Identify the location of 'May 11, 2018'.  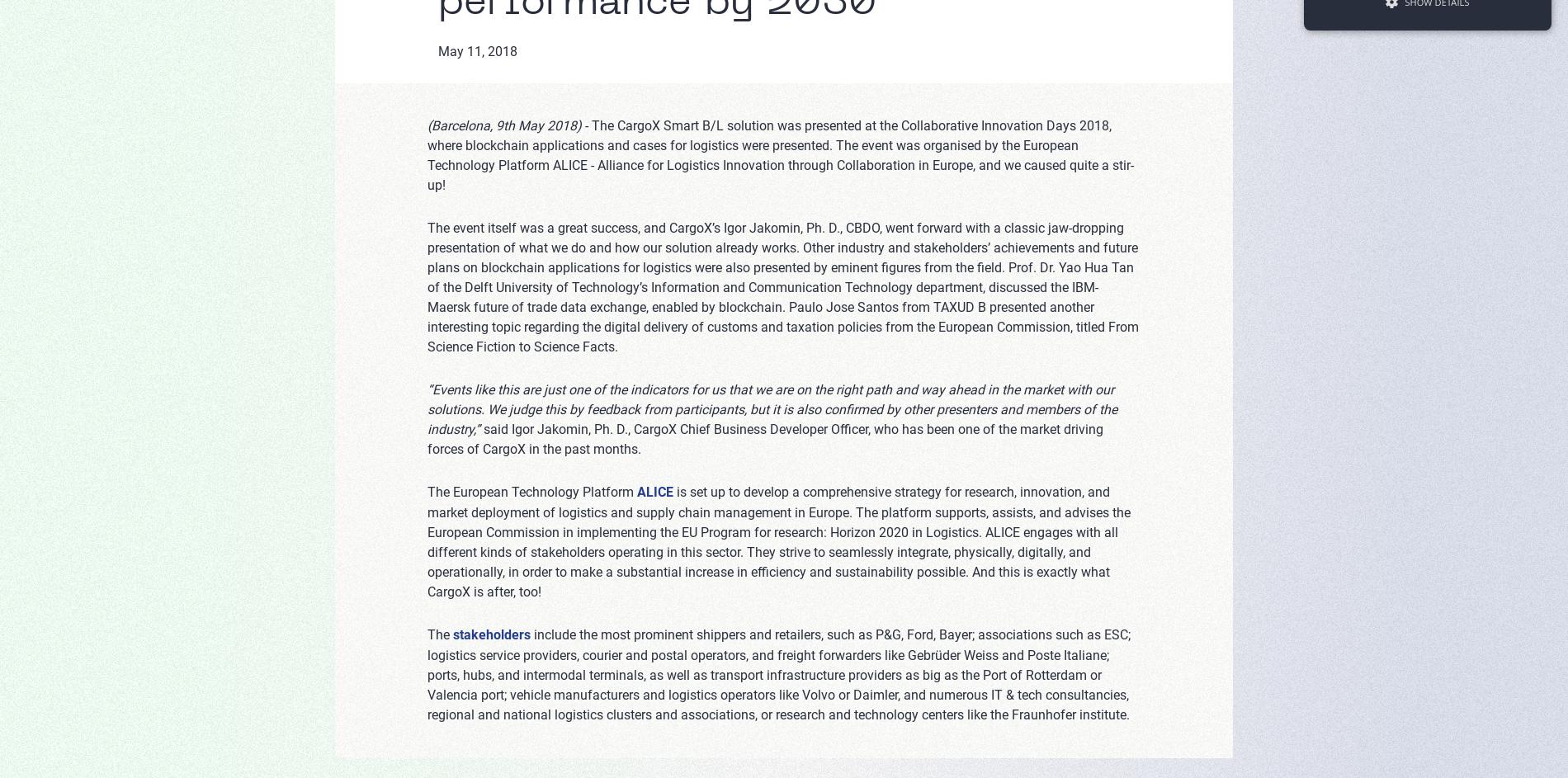
(437, 50).